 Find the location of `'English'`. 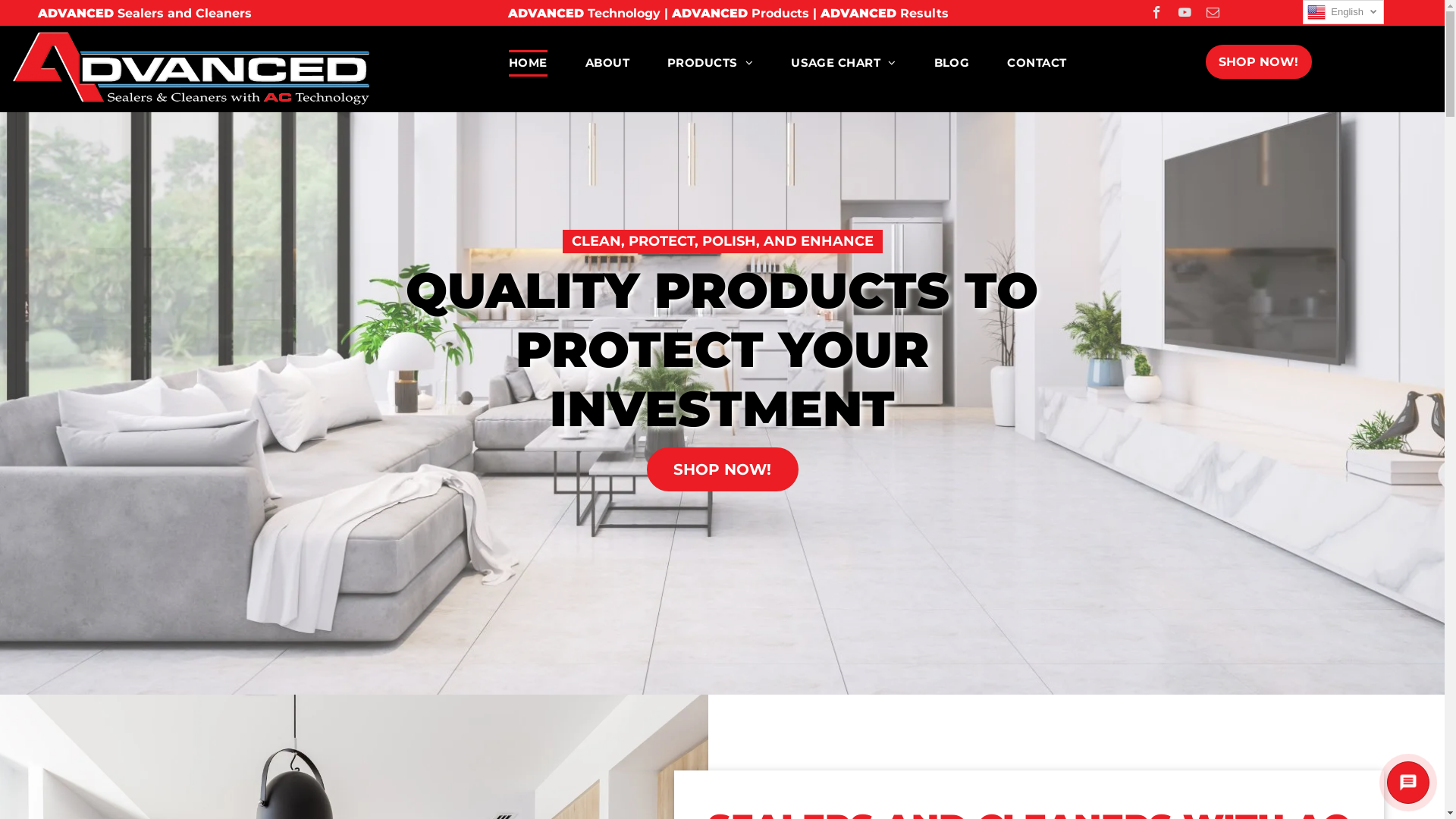

'English' is located at coordinates (1302, 11).